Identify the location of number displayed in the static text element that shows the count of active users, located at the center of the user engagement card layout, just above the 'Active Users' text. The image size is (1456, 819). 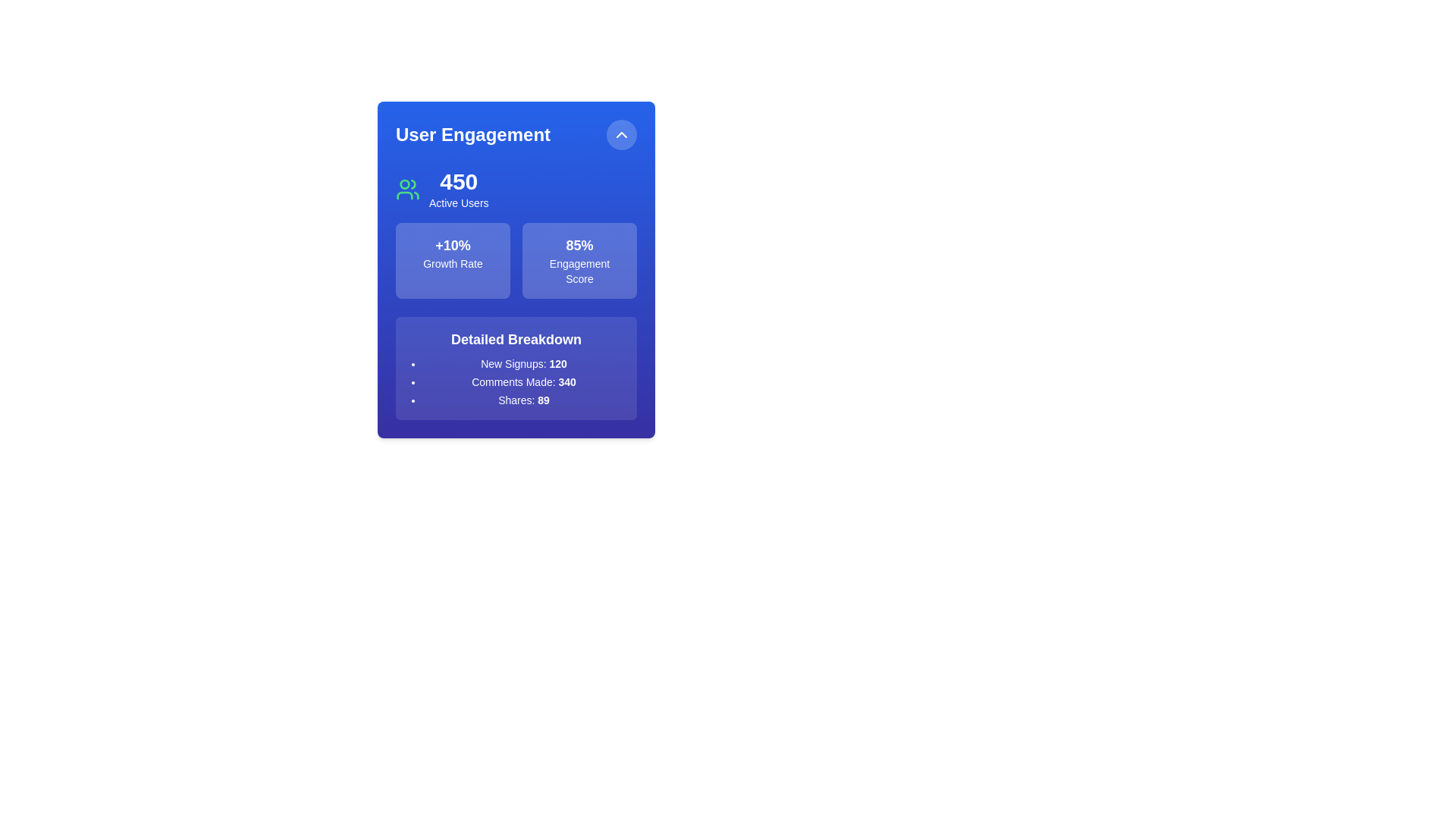
(458, 180).